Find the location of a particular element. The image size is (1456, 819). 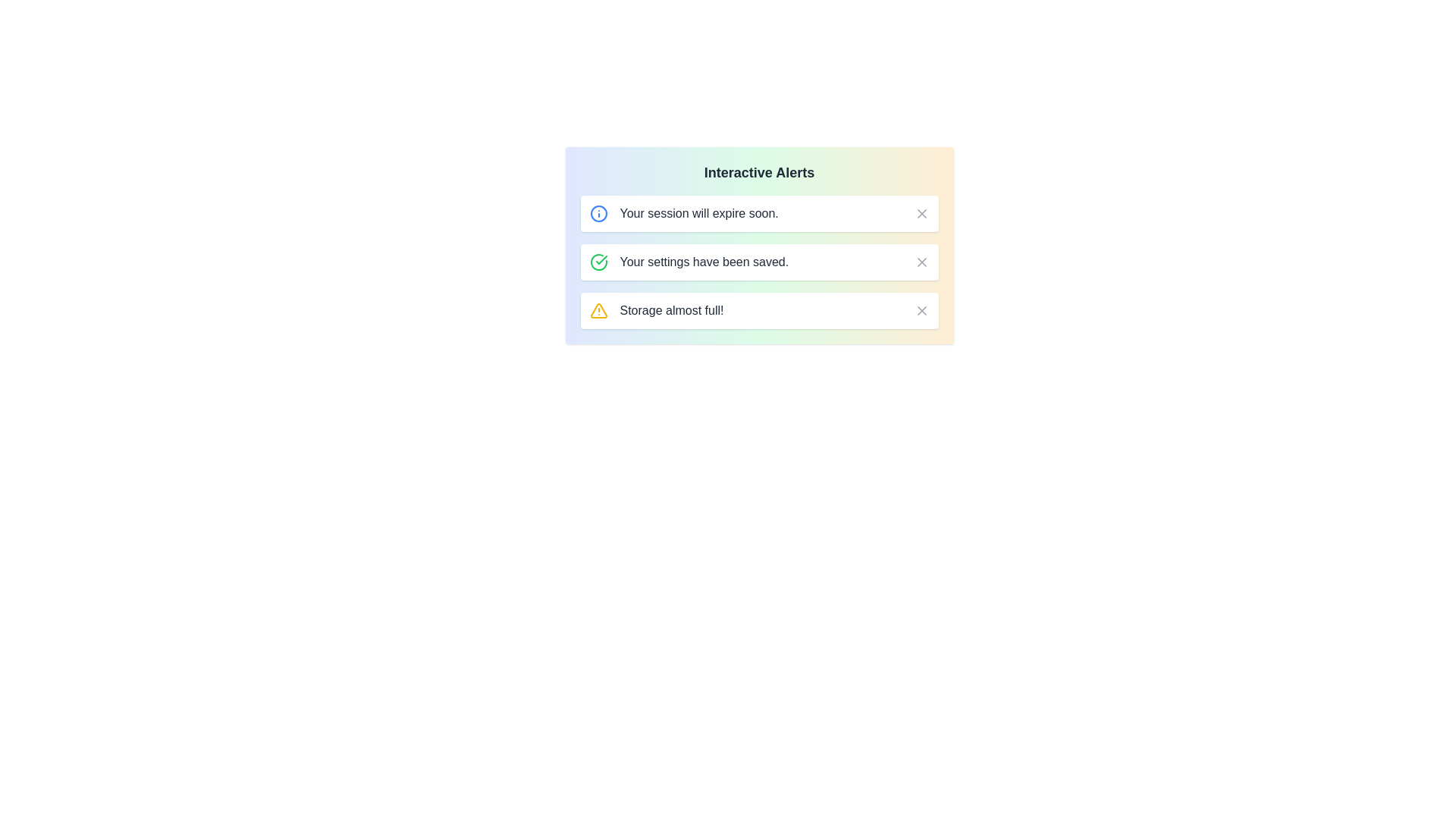

the circular information icon with a blue border and white interior located at the leftmost end of the notification bar stating 'Your session will expire soon.' is located at coordinates (598, 213).